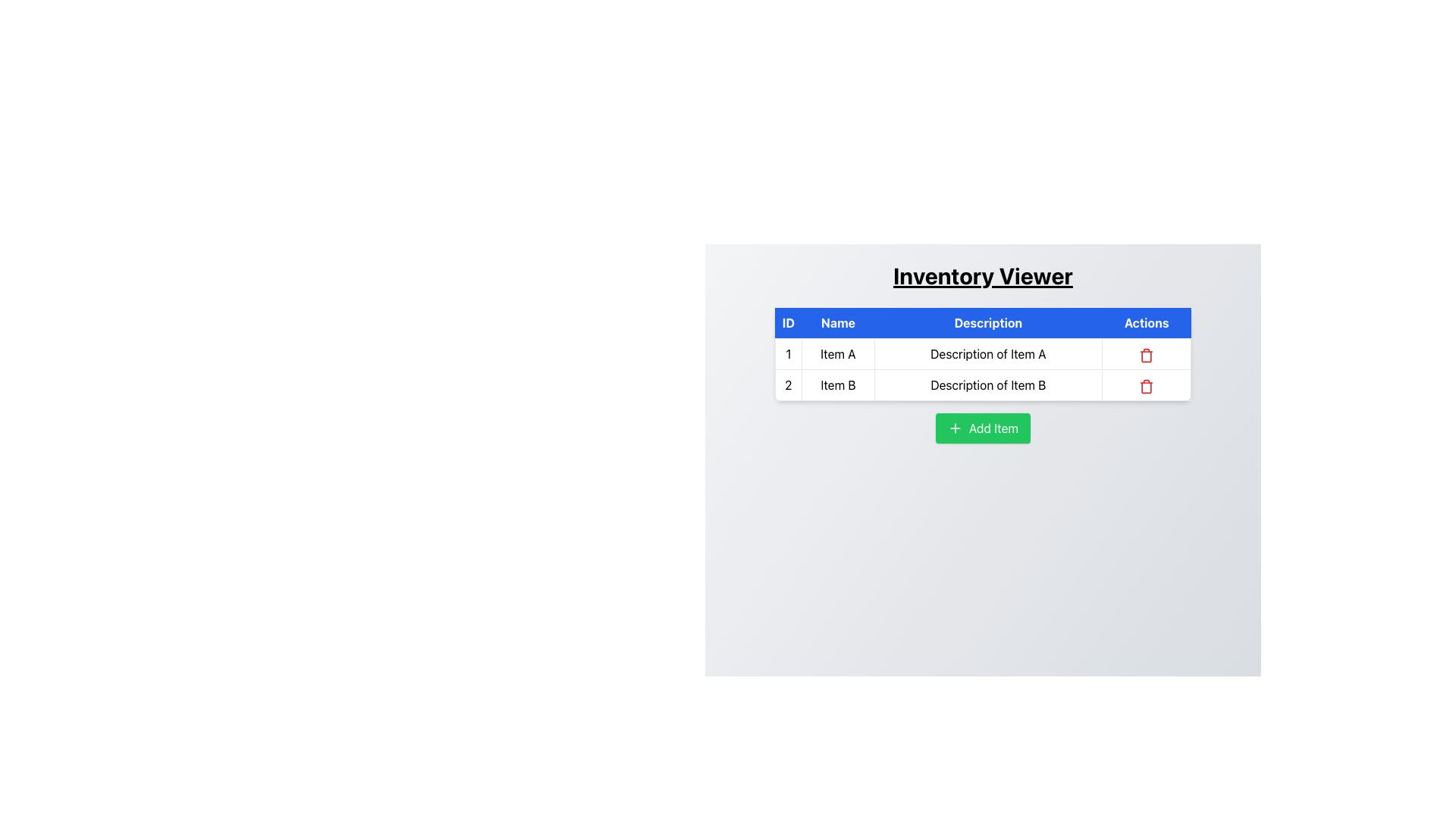 This screenshot has height=819, width=1456. I want to click on the trash can icon button in the 'Actions' column for 'Item B', so click(1147, 384).